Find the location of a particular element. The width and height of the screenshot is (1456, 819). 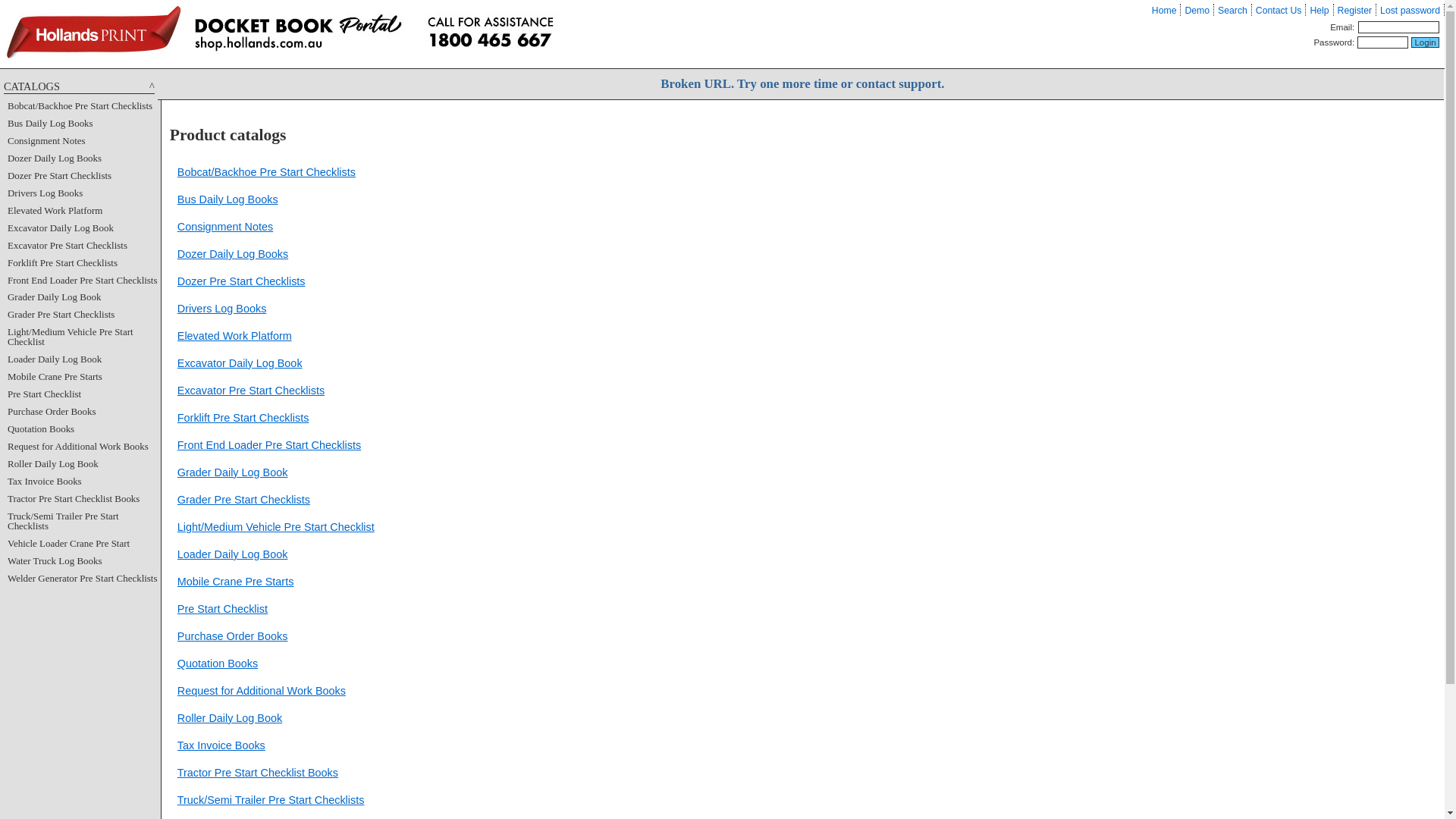

'Search' is located at coordinates (1218, 11).